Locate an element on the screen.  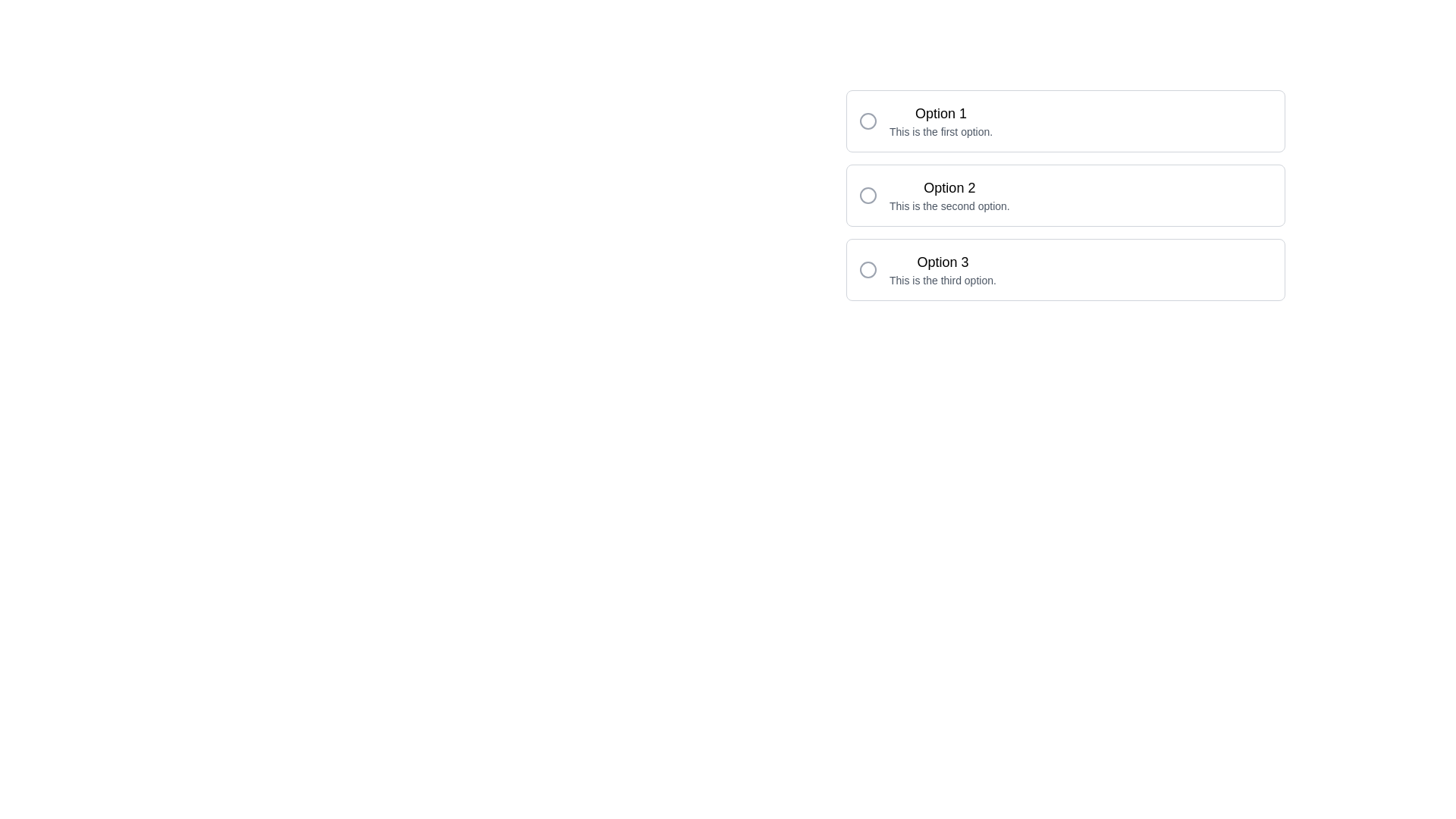
'Option 2 - This is the second option.' in the group of selectable options displayed as a list is located at coordinates (1065, 195).